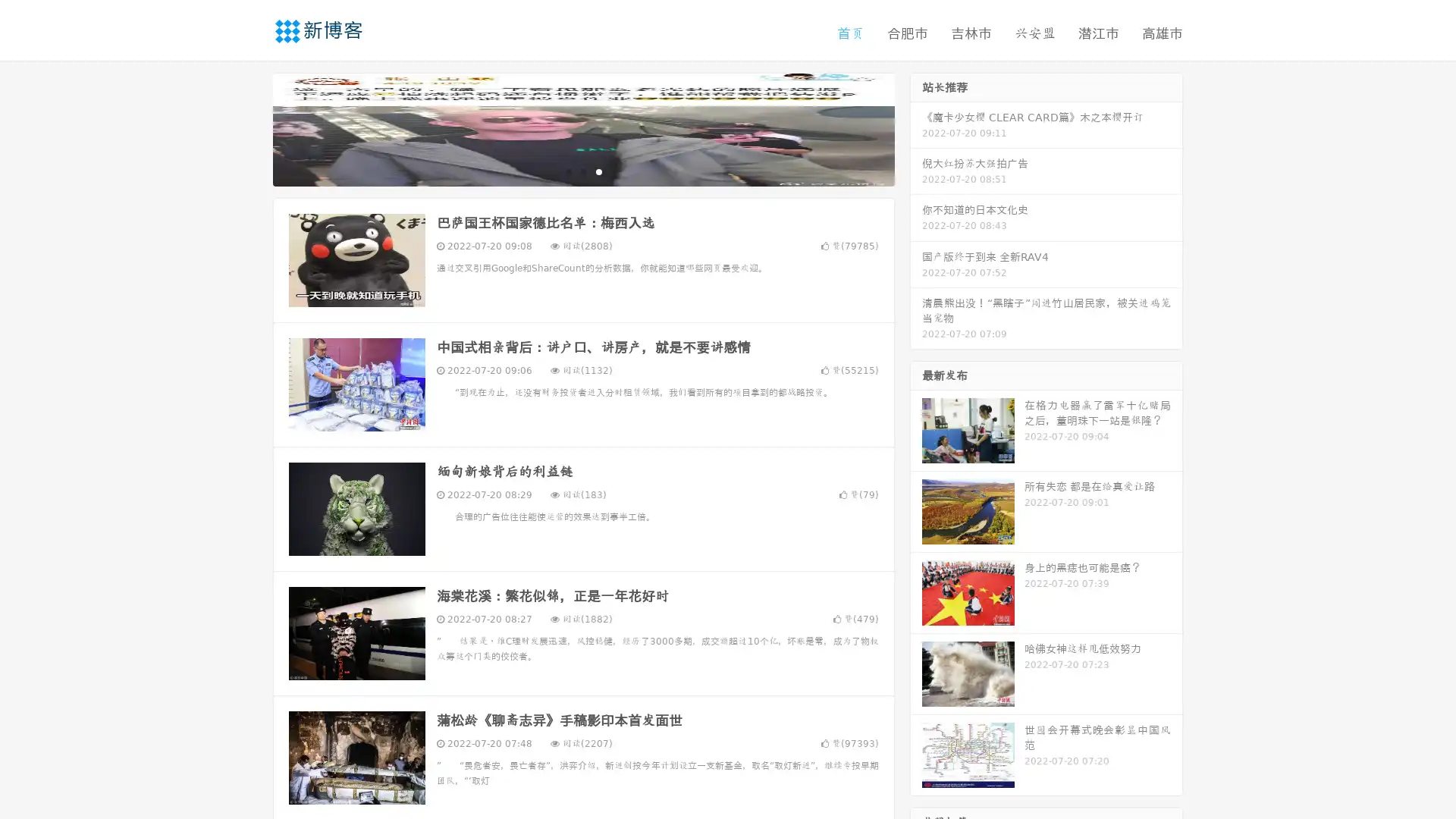 This screenshot has width=1456, height=819. I want to click on Next slide, so click(916, 127).